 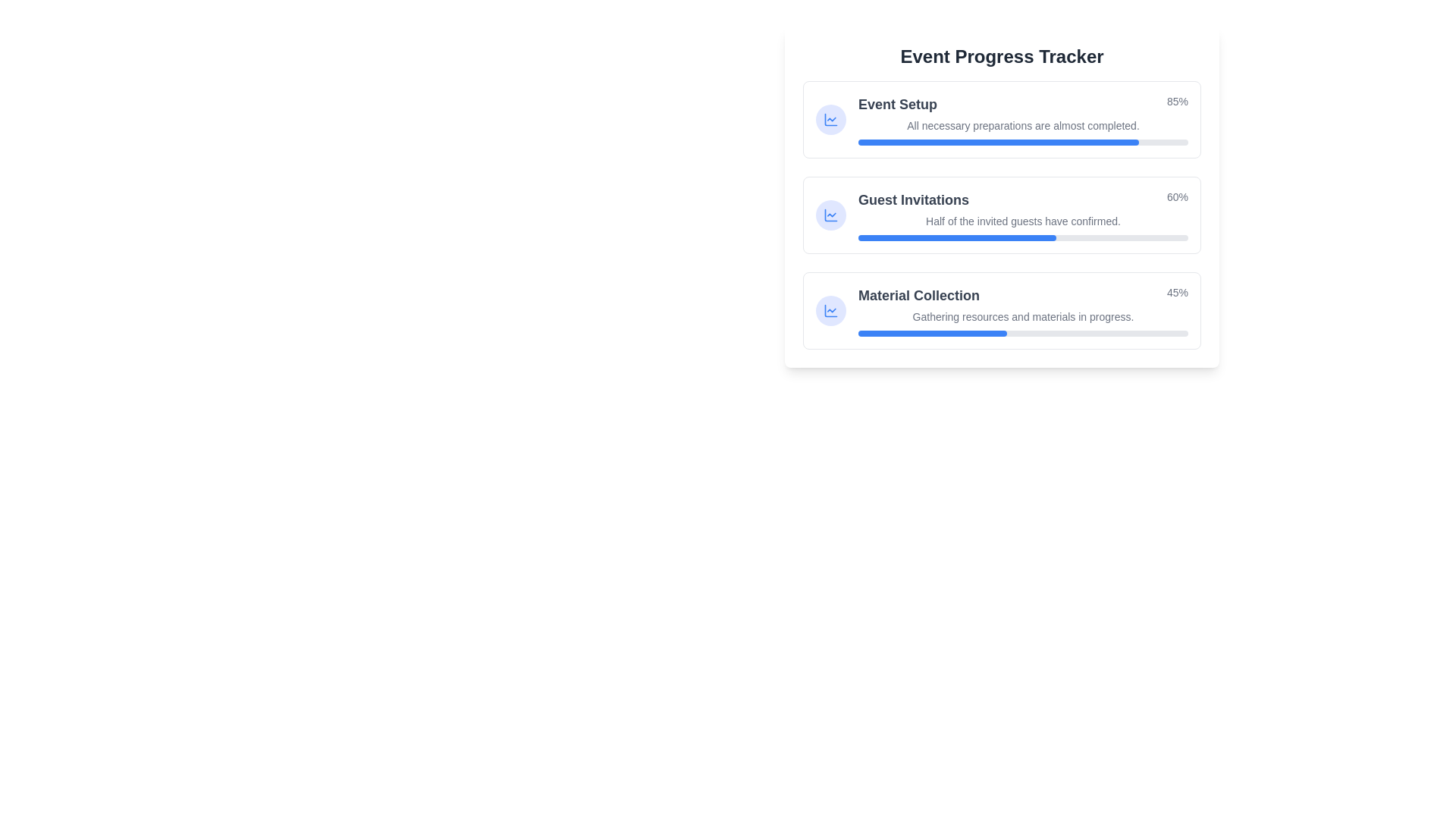 I want to click on the progress of the bar, so click(x=1135, y=143).